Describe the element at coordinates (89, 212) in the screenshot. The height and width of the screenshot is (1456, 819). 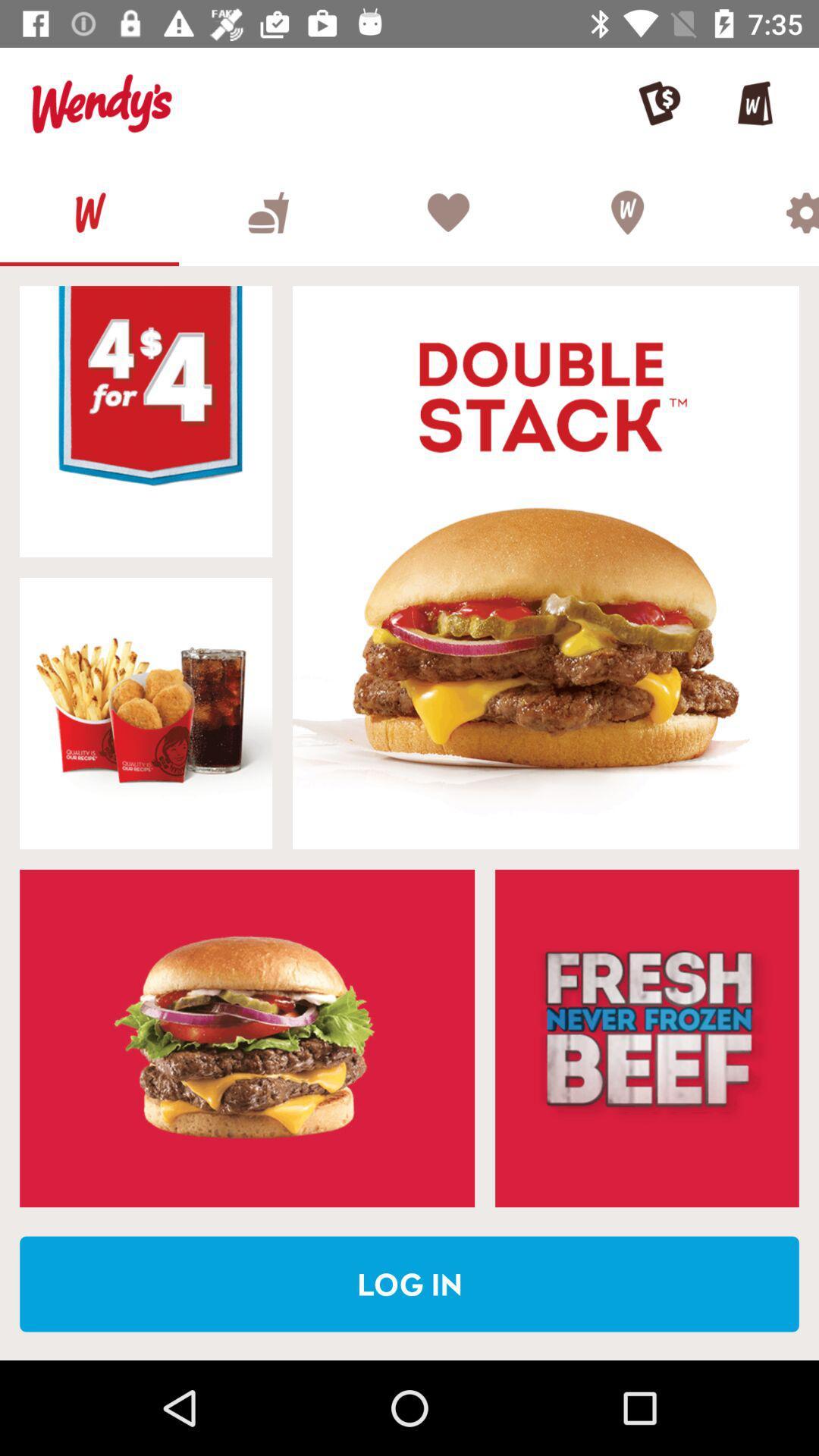
I see `wendys front page` at that location.